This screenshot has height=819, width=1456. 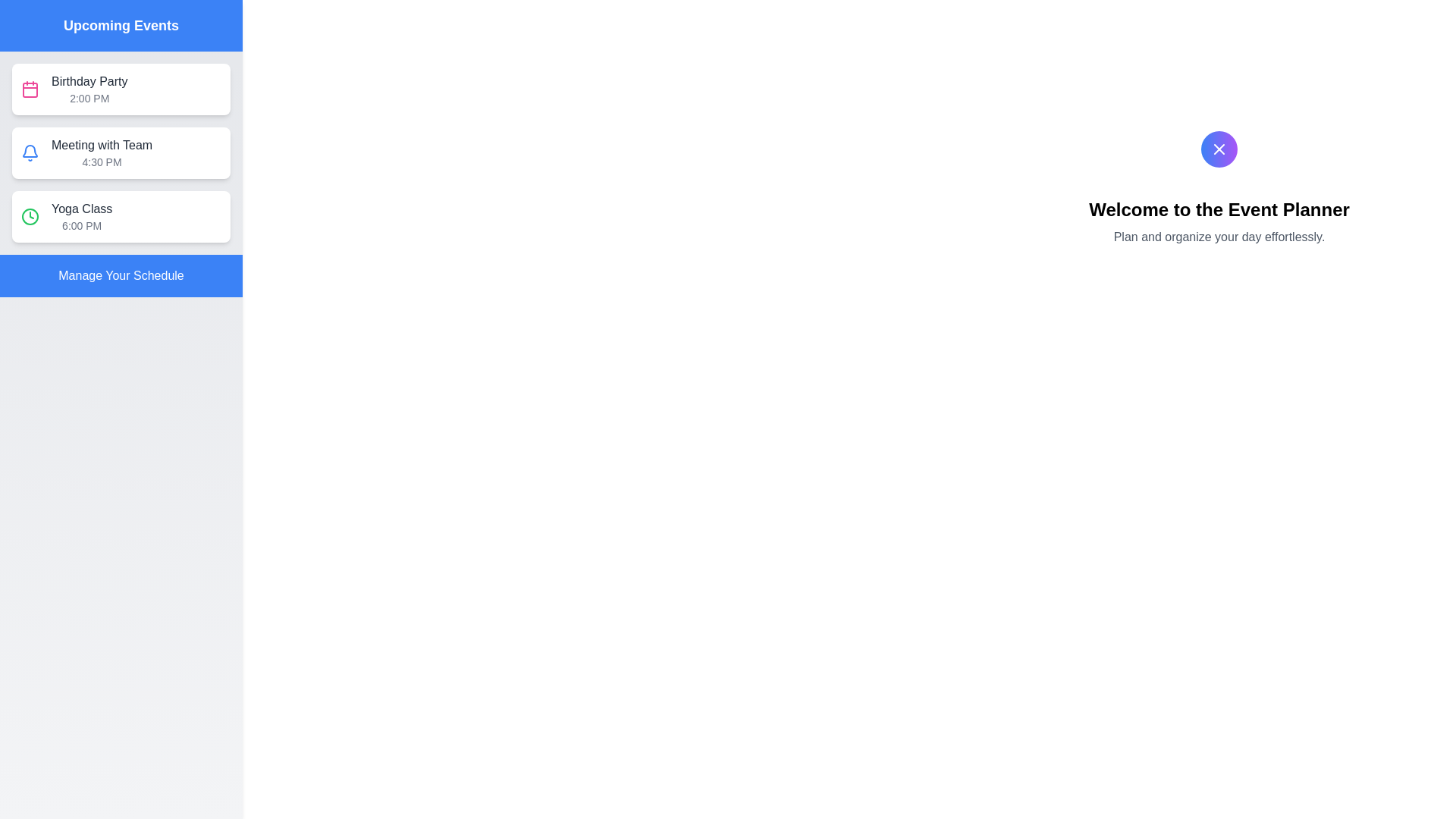 What do you see at coordinates (30, 152) in the screenshot?
I see `the notification icon associated with the event 'Meeting with Team' located` at bounding box center [30, 152].